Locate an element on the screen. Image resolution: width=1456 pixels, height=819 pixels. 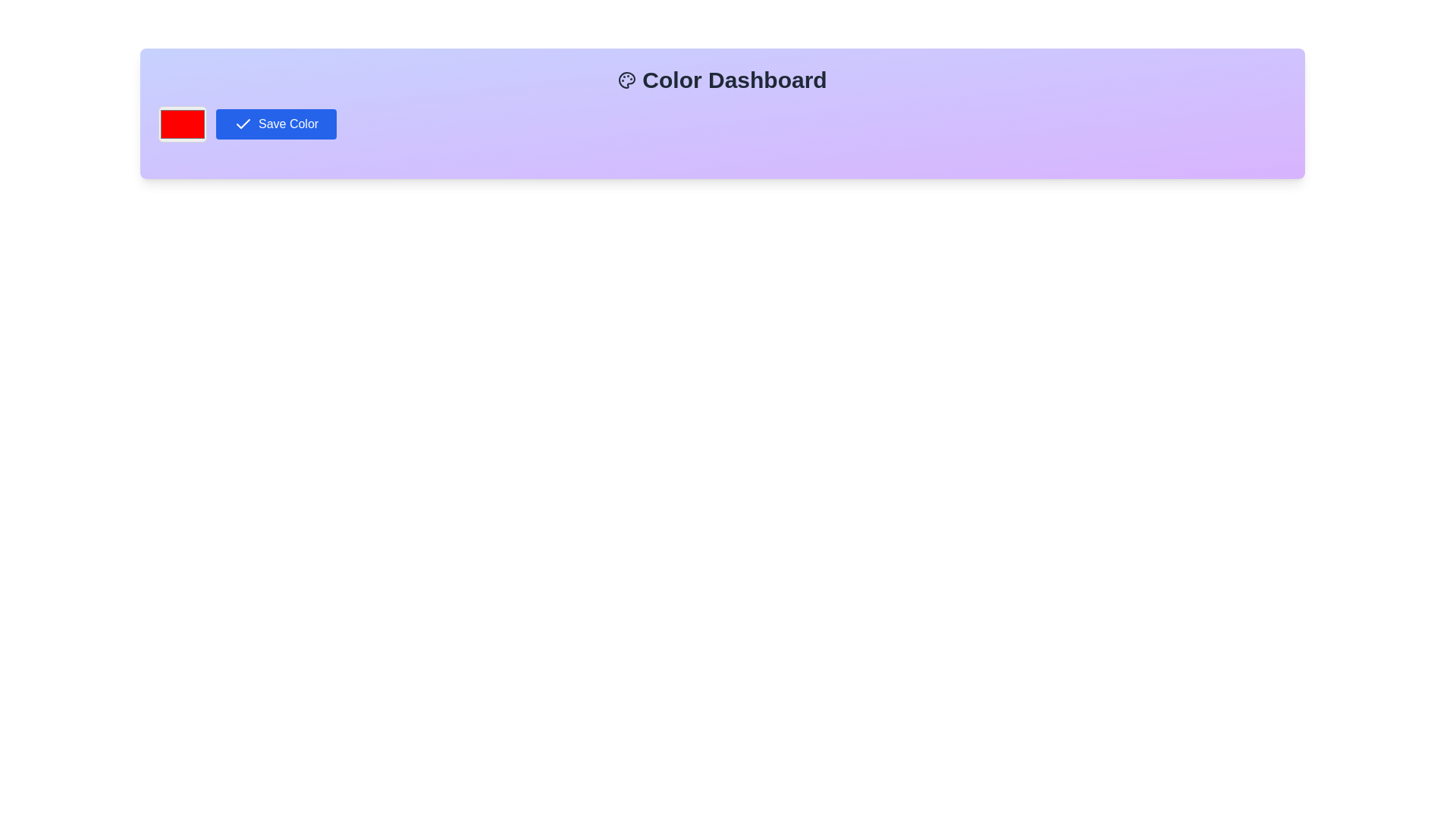
the color palette icon located in the navigation bar preceding the text 'Color Dashboard' is located at coordinates (627, 80).